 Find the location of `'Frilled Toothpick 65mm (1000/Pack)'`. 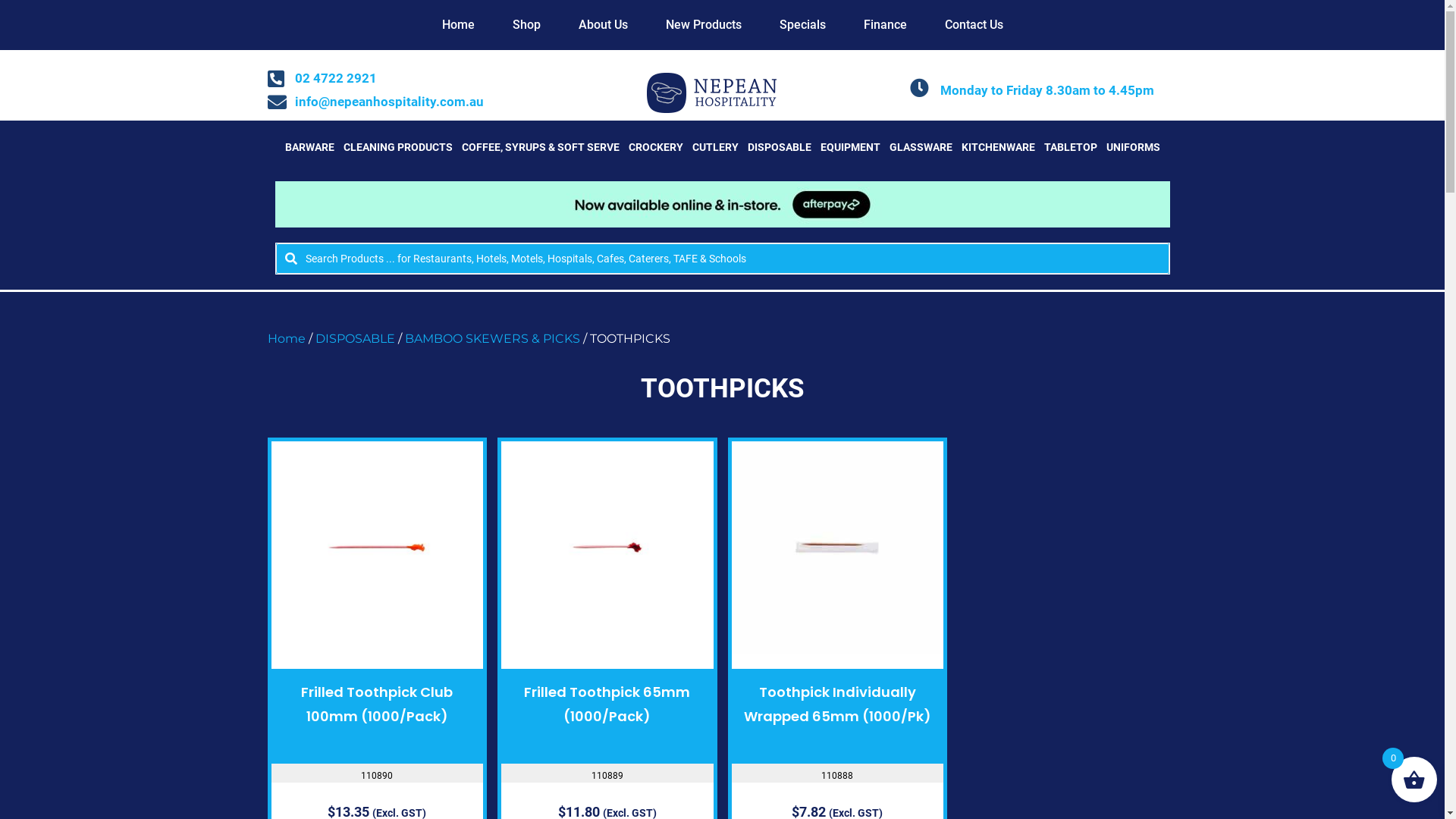

'Frilled Toothpick 65mm (1000/Pack)' is located at coordinates (607, 704).